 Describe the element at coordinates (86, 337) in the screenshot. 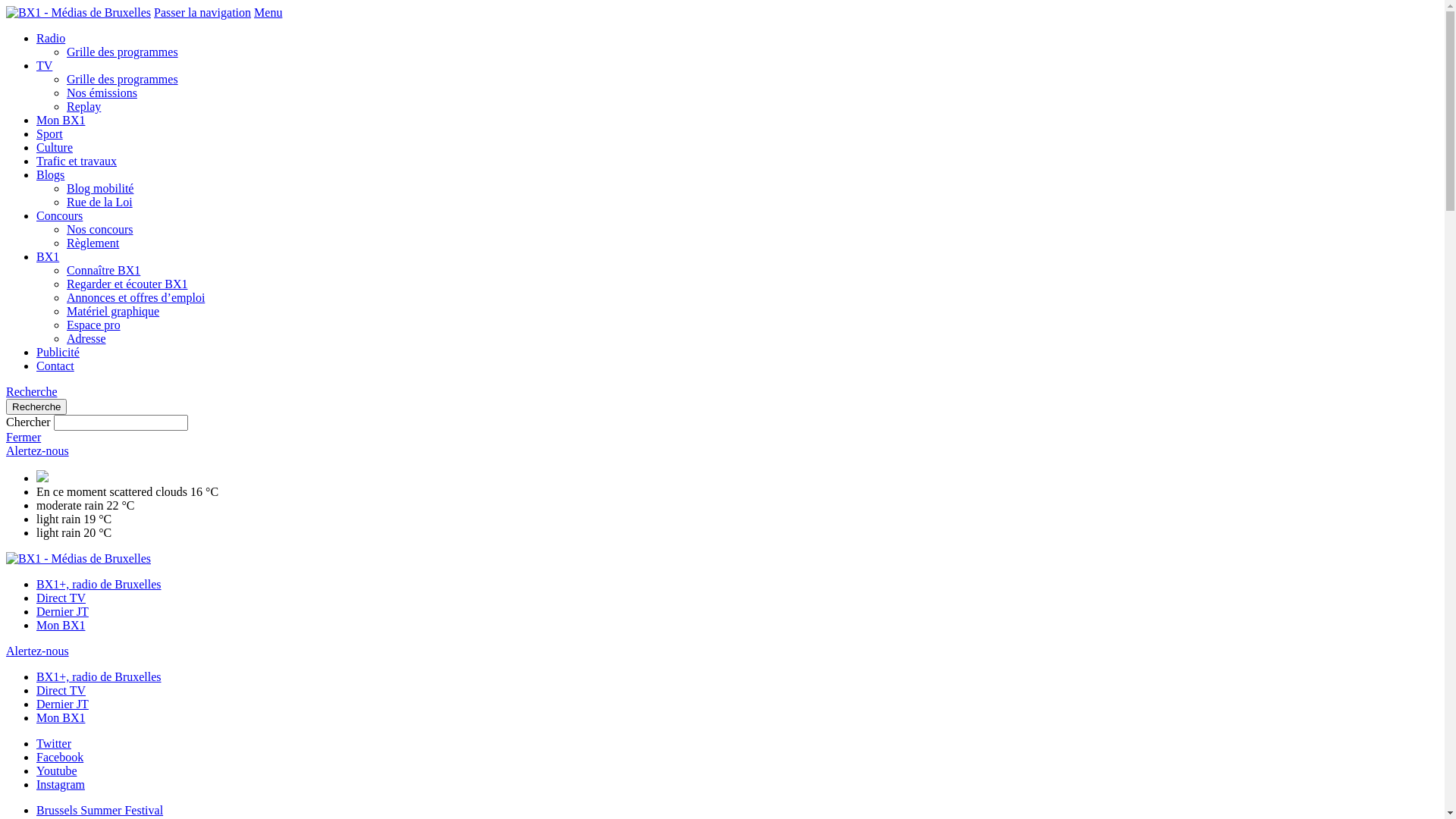

I see `'Adresse'` at that location.